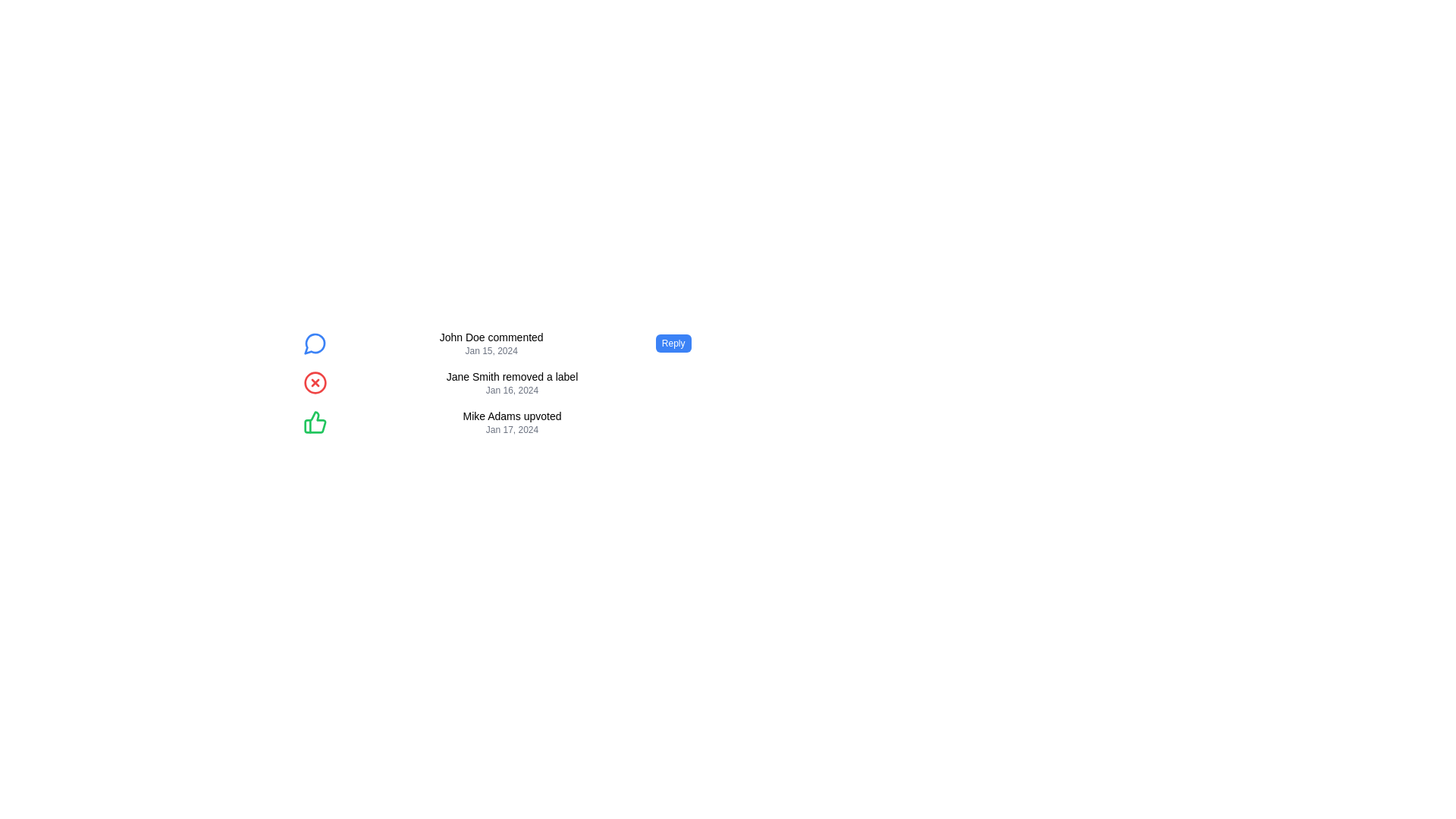 The width and height of the screenshot is (1456, 819). Describe the element at coordinates (491, 350) in the screenshot. I see `the timestamp text label located directly below 'John Doe commented' in the upper portion of the visible listing` at that location.